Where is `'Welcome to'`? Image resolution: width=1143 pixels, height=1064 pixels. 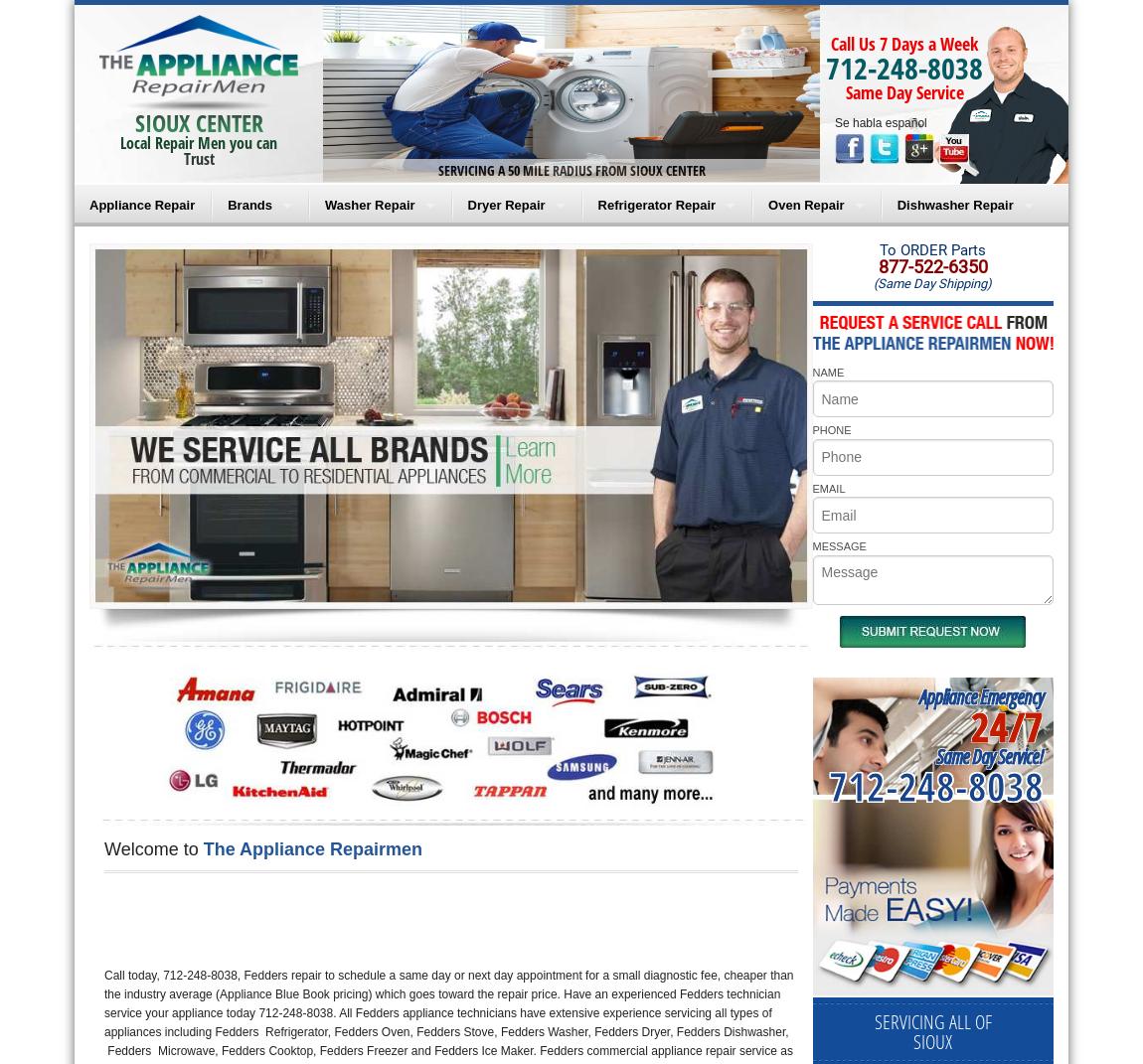
'Welcome to' is located at coordinates (152, 848).